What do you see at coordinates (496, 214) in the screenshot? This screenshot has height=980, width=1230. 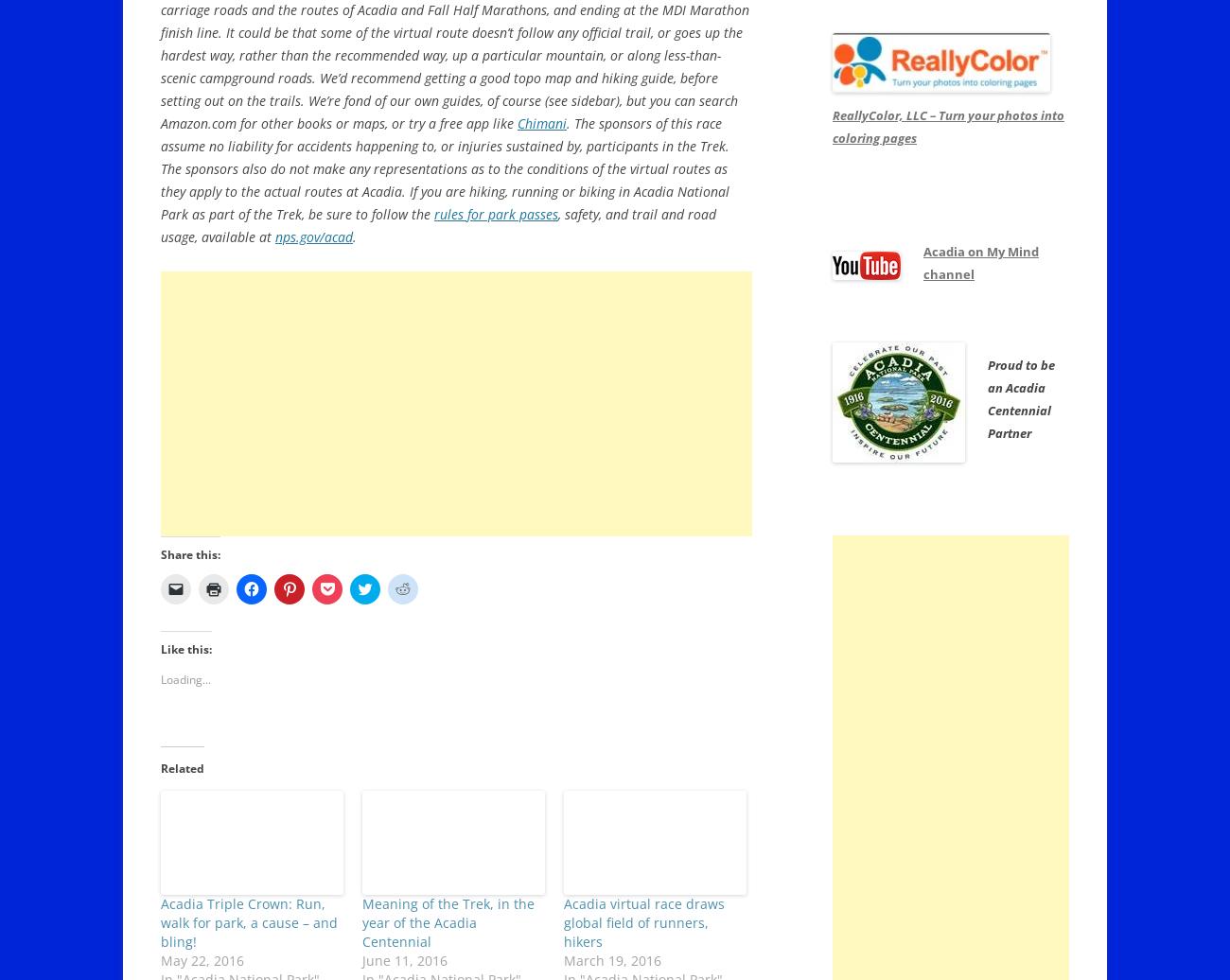 I see `'rules for park passes'` at bounding box center [496, 214].